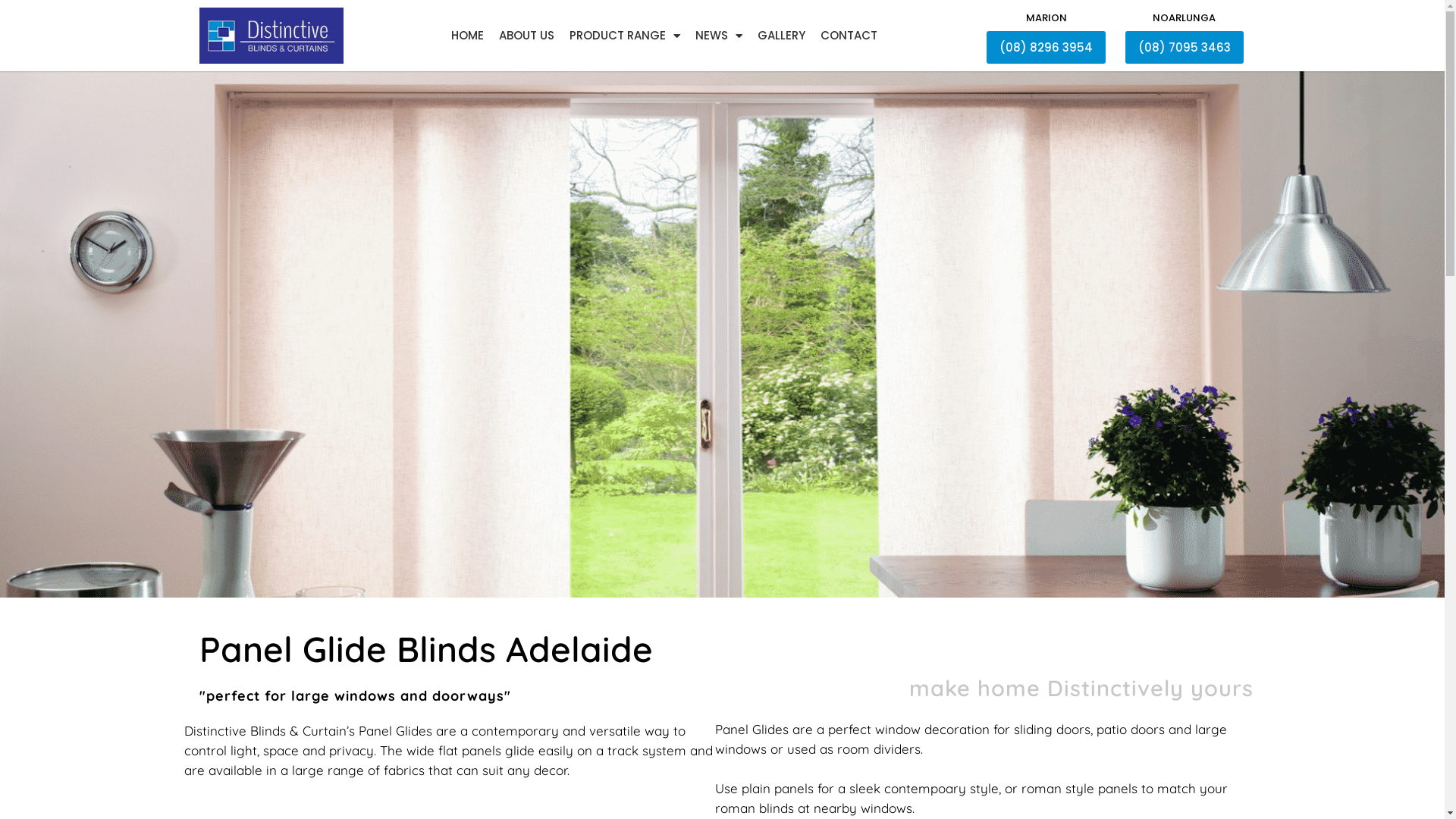 This screenshot has height=819, width=1456. I want to click on 'NEWS', so click(686, 34).